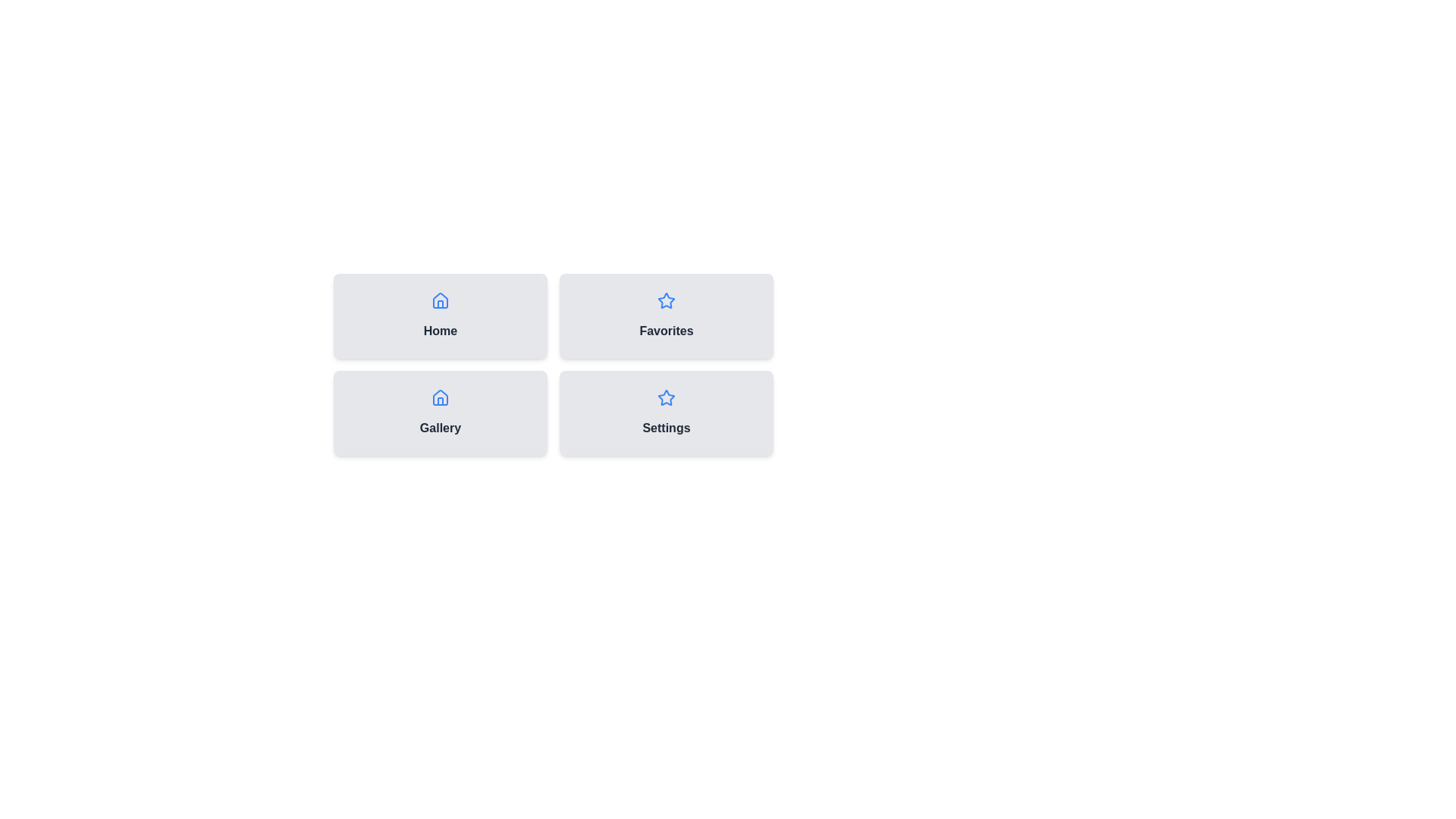 This screenshot has width=1456, height=819. I want to click on the 'Home' icon, which represents the home functionality in the user interface, located at the top of the 'Home' card in the 2x2 grid layout, so click(439, 301).